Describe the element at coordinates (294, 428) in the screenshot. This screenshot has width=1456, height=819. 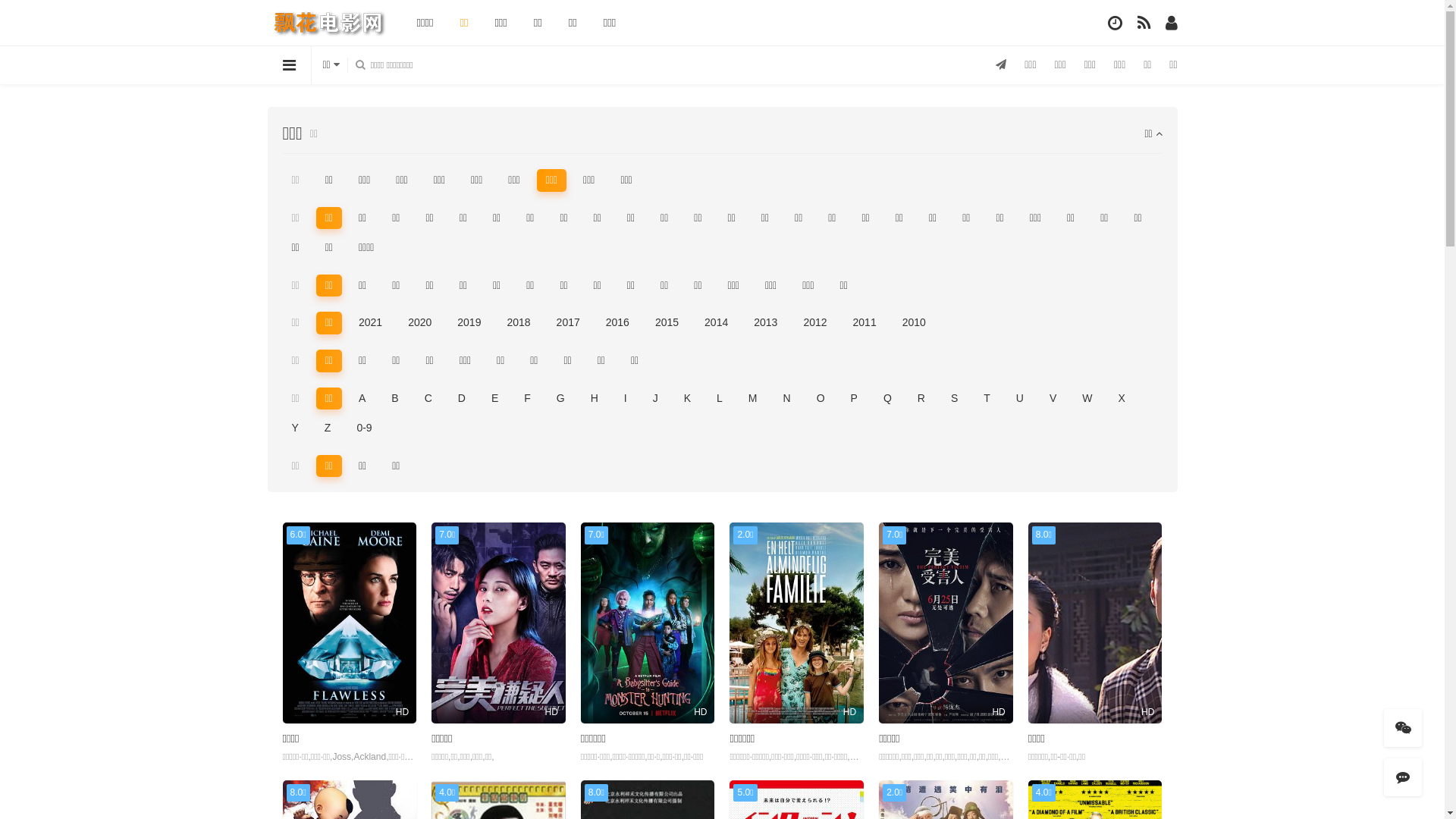
I see `'Y'` at that location.